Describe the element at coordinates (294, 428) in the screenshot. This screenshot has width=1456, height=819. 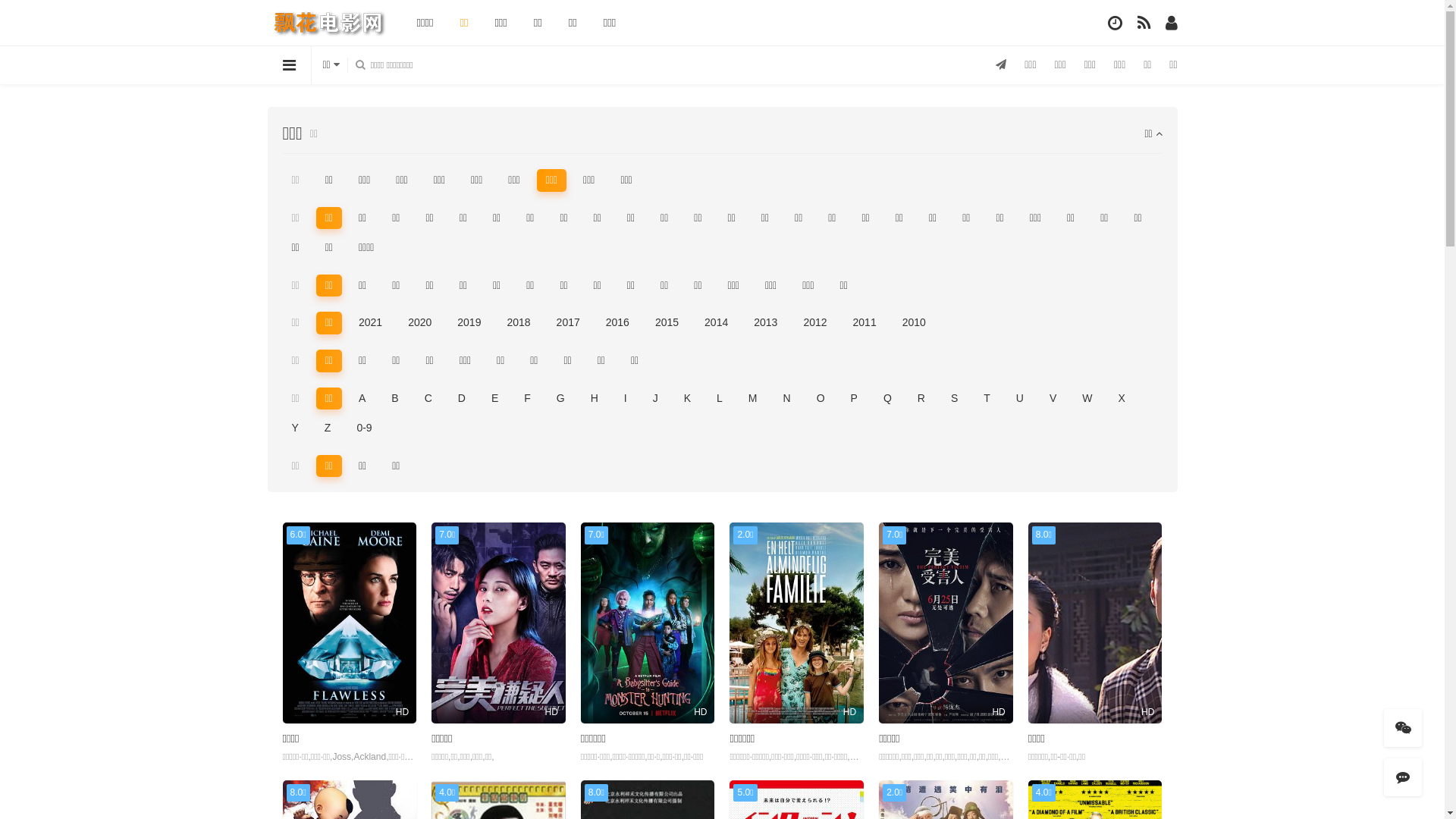
I see `'Y'` at that location.